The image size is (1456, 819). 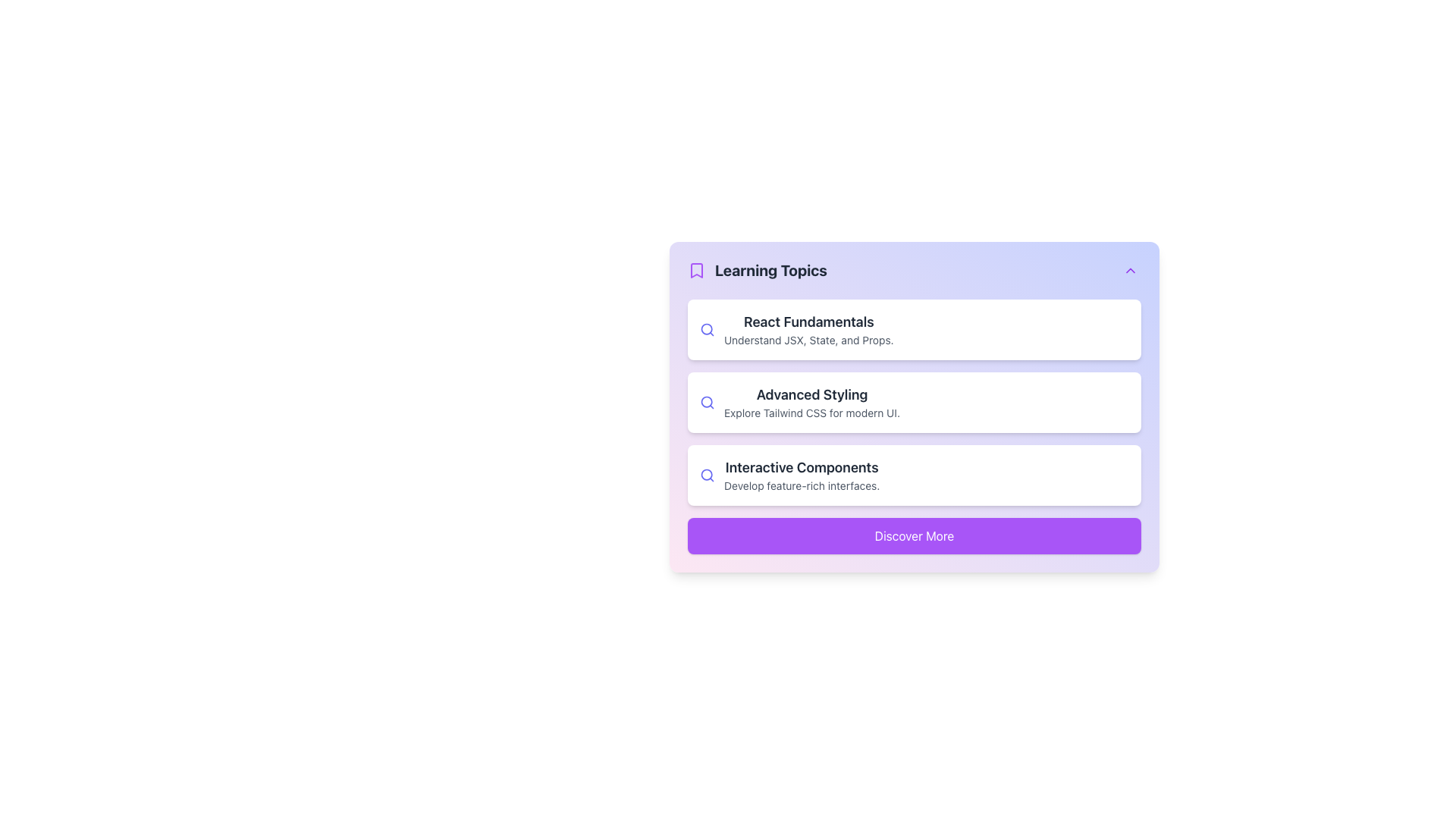 I want to click on the Text Label that serves as the title for a learning topic, positioned above the description text 'Understand JSX, State, and Props.', so click(x=808, y=321).